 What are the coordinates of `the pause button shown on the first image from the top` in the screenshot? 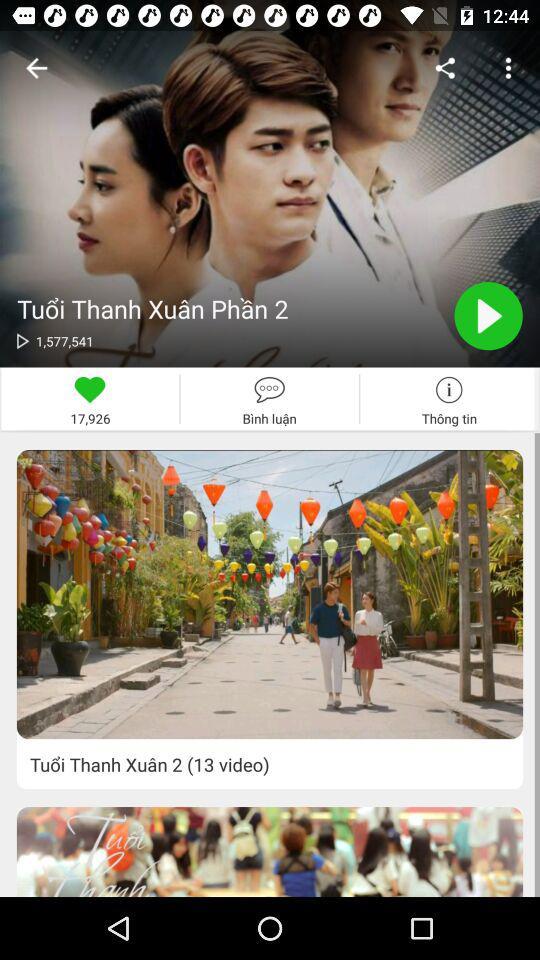 It's located at (488, 316).